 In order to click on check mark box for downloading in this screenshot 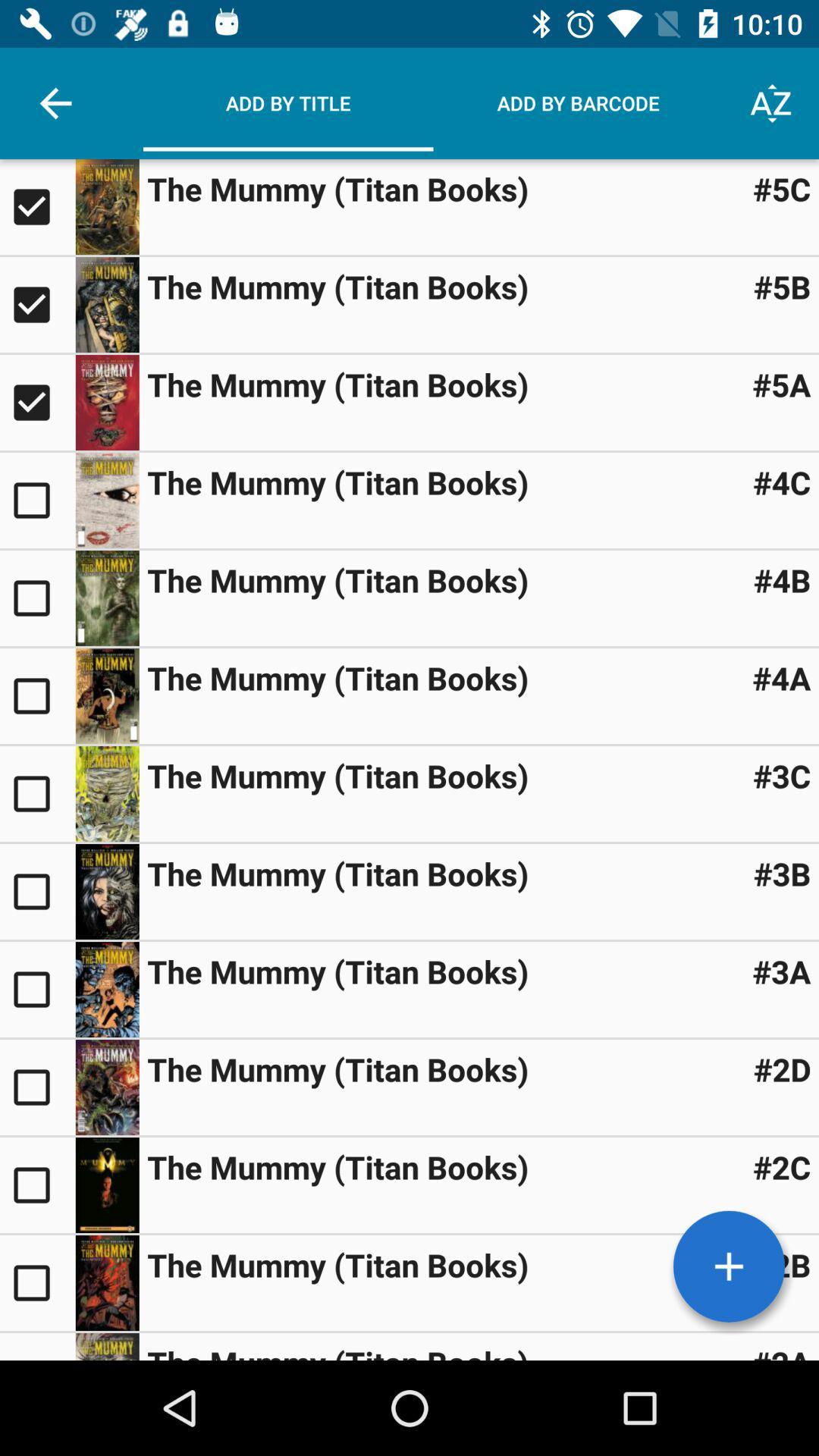, I will do `click(36, 990)`.